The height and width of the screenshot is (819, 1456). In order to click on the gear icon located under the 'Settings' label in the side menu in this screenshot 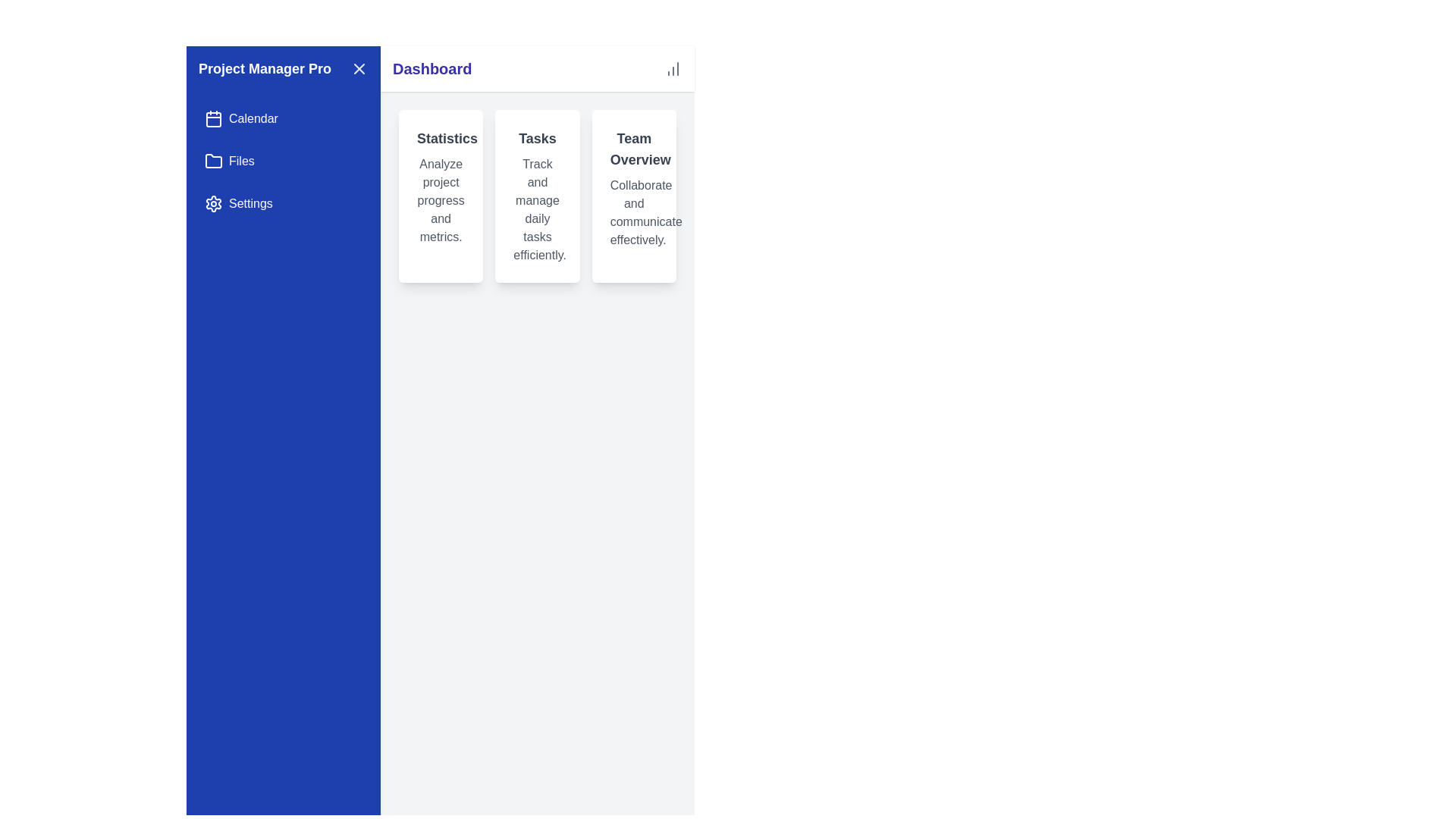, I will do `click(213, 203)`.